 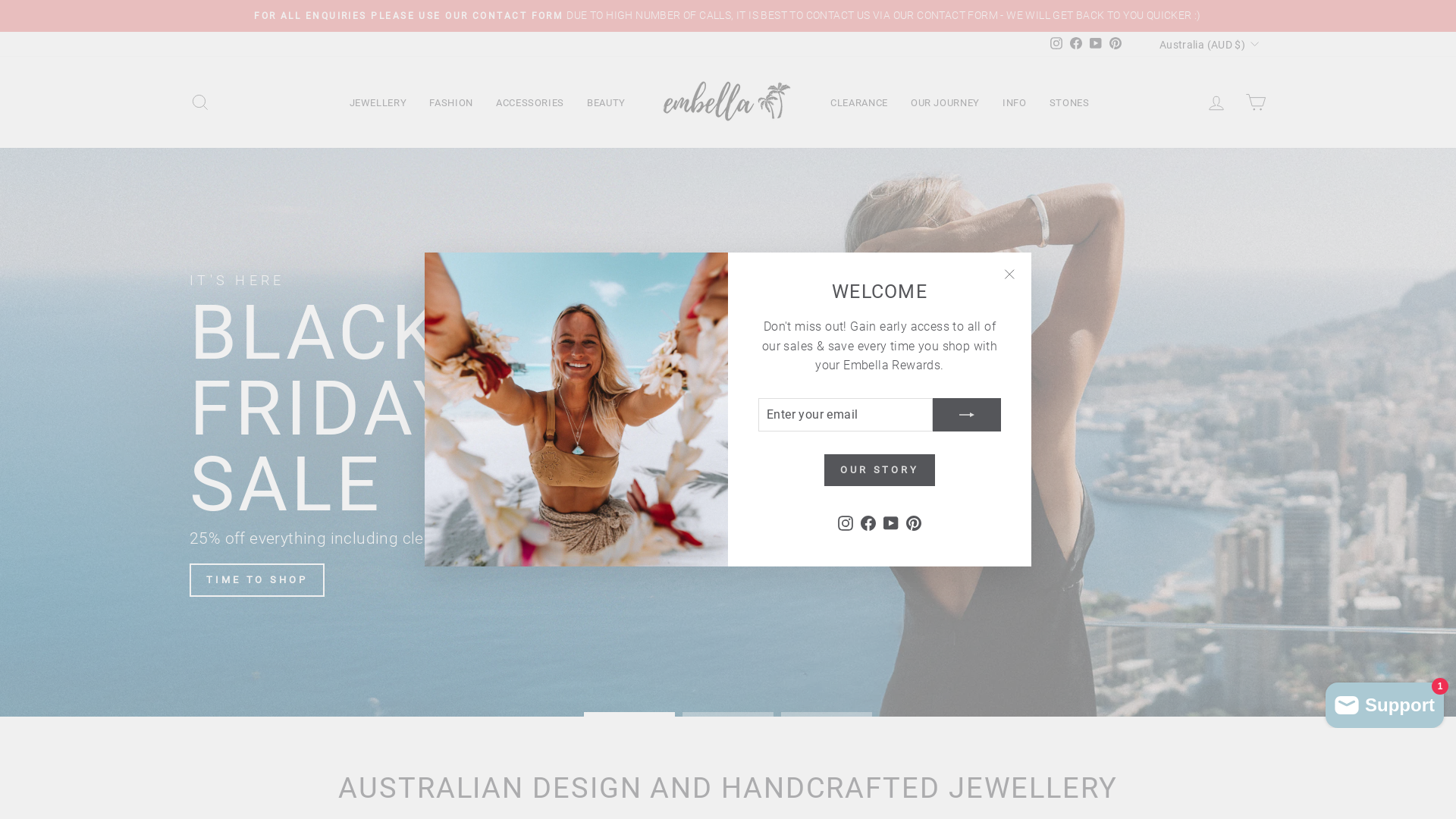 I want to click on 'Instagram', so click(x=844, y=522).